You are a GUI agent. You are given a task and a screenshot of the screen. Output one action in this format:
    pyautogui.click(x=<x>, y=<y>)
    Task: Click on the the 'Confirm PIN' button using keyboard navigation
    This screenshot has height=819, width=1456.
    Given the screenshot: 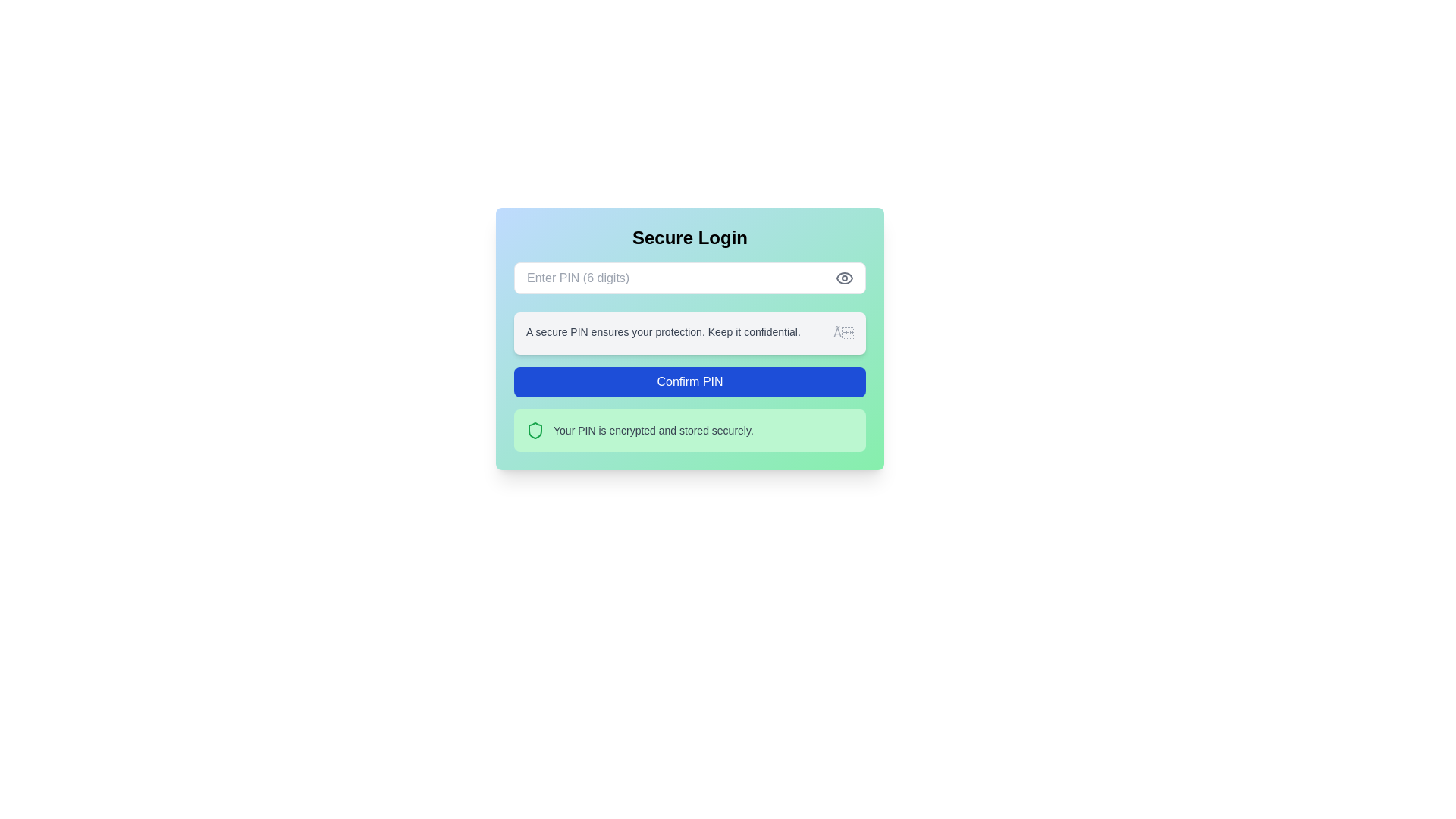 What is the action you would take?
    pyautogui.click(x=689, y=381)
    